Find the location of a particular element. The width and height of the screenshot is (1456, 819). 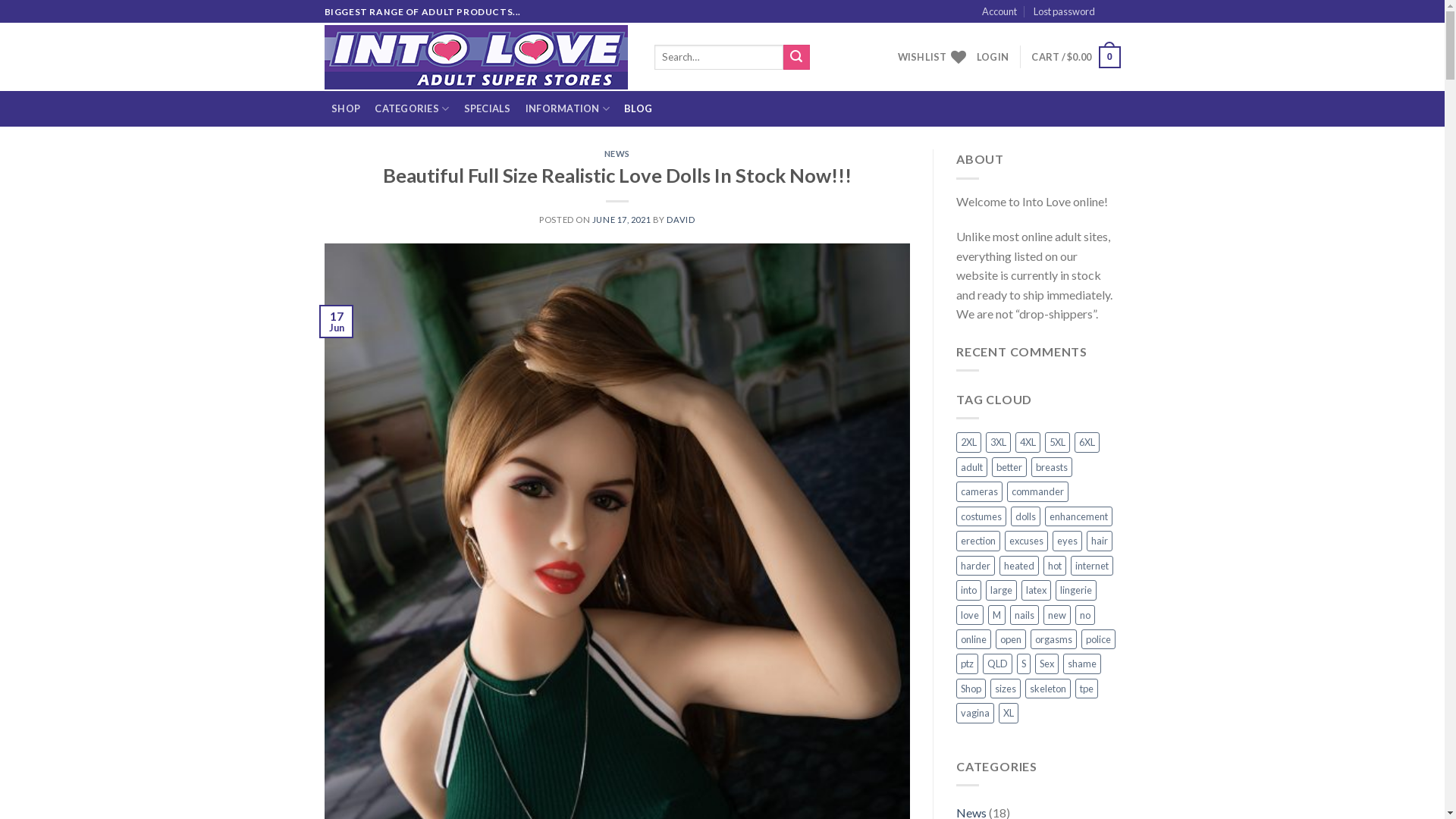

'CATEGORIES' is located at coordinates (412, 108).